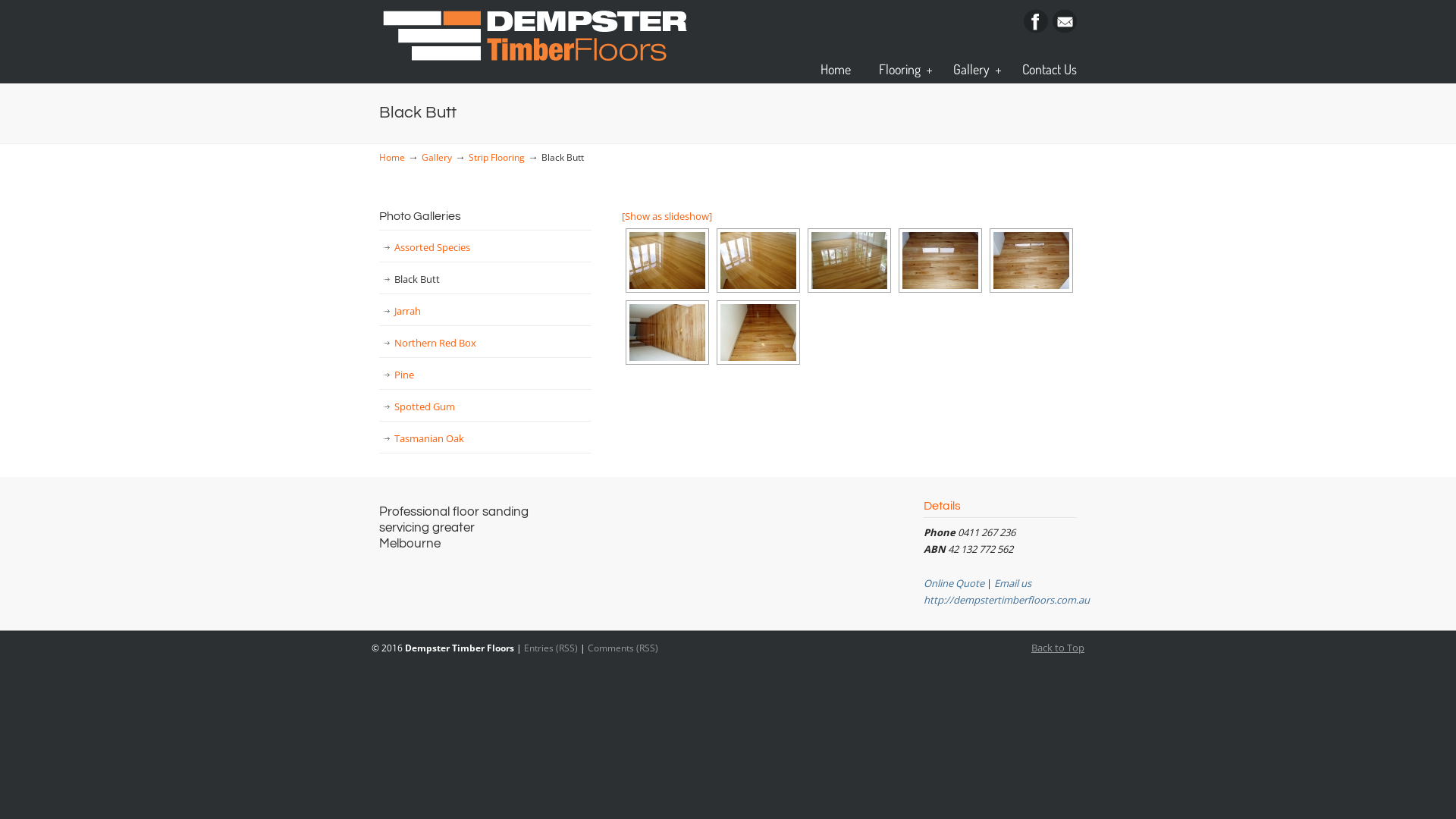 Image resolution: width=1456 pixels, height=819 pixels. What do you see at coordinates (1035, 29) in the screenshot?
I see `'Facebook'` at bounding box center [1035, 29].